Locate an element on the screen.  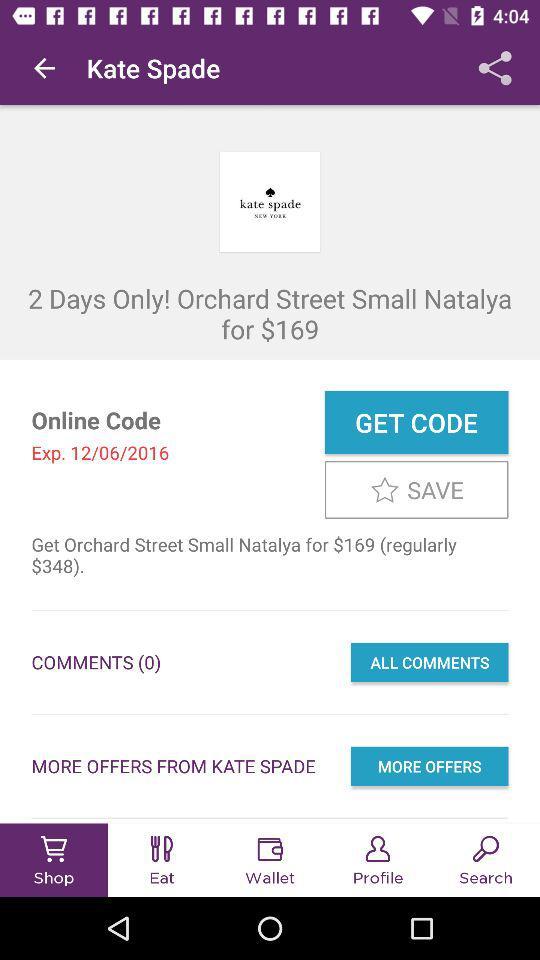
the item below get orchard street is located at coordinates (428, 662).